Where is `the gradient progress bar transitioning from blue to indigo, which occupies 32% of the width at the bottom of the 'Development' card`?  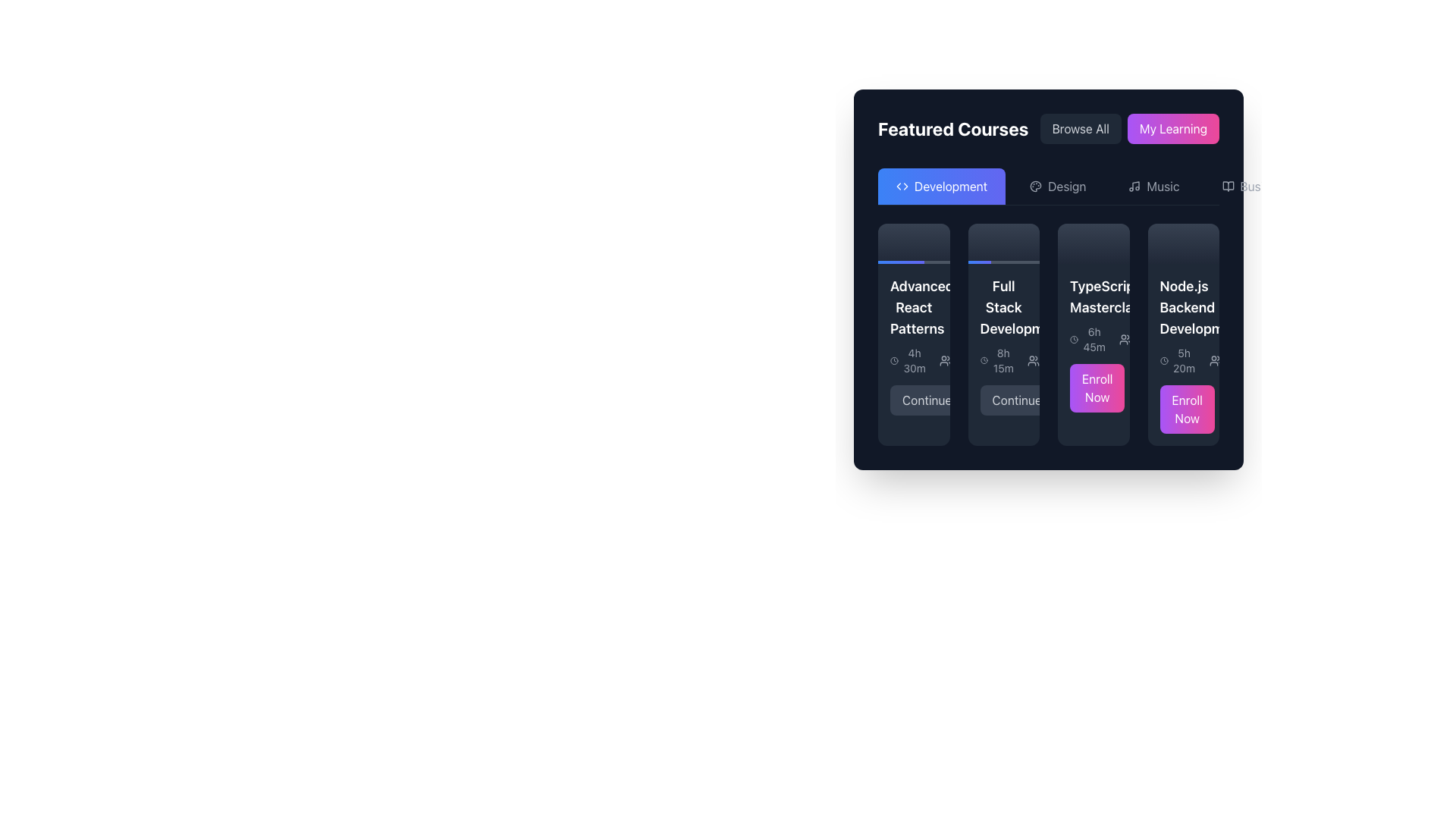 the gradient progress bar transitioning from blue to indigo, which occupies 32% of the width at the bottom of the 'Development' card is located at coordinates (979, 262).